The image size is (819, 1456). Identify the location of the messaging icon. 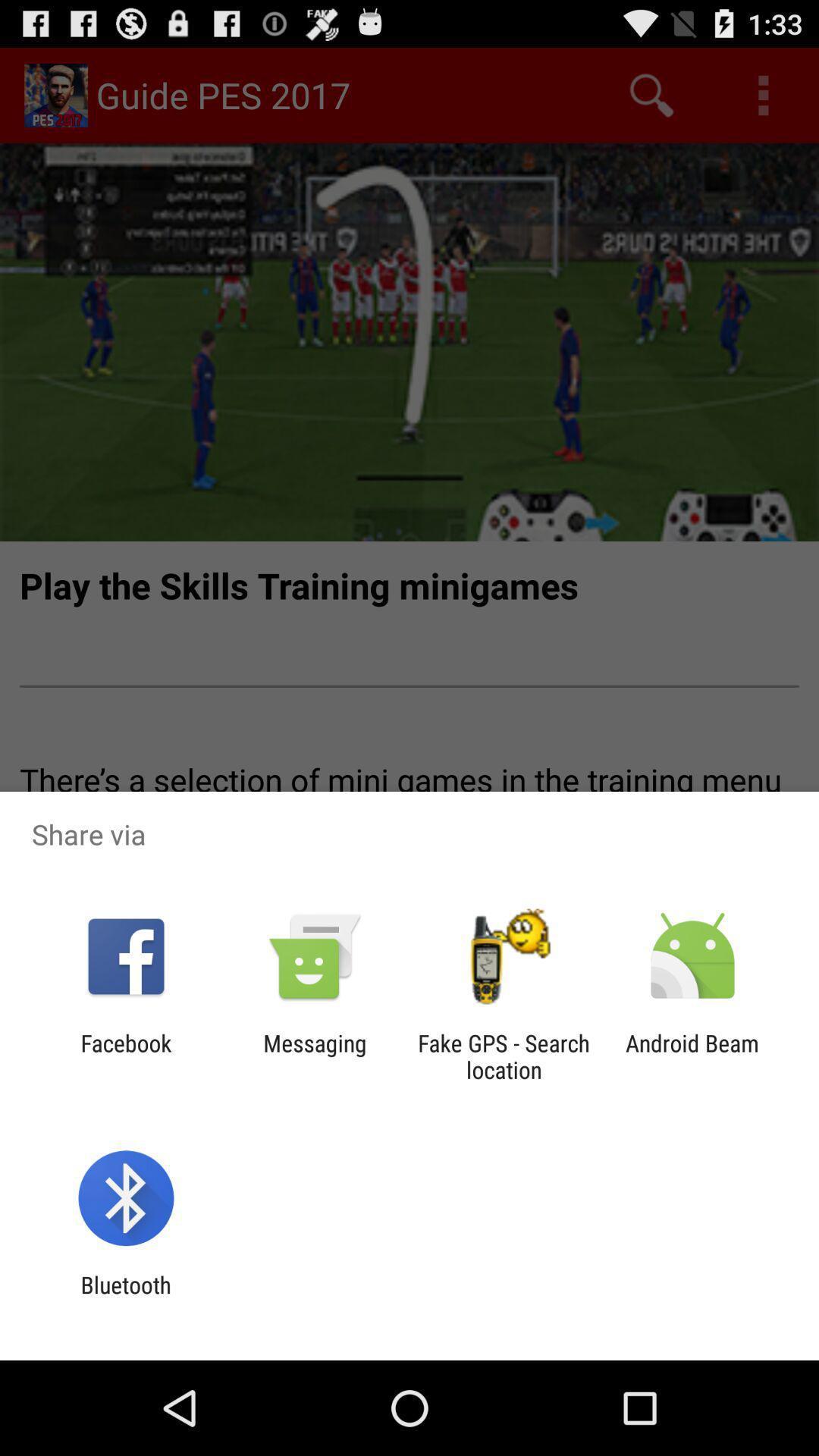
(314, 1056).